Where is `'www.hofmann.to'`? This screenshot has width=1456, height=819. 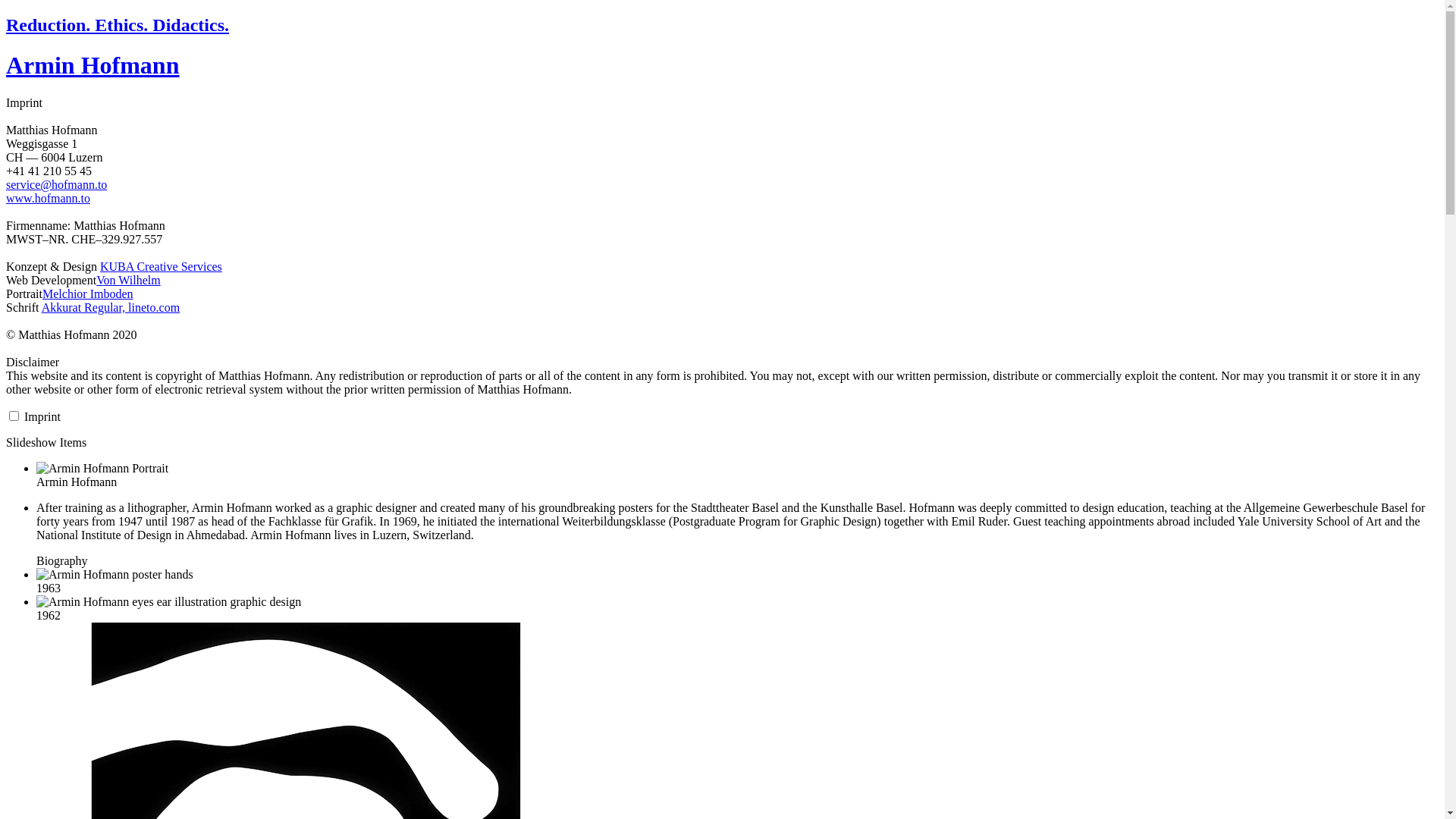 'www.hofmann.to' is located at coordinates (6, 197).